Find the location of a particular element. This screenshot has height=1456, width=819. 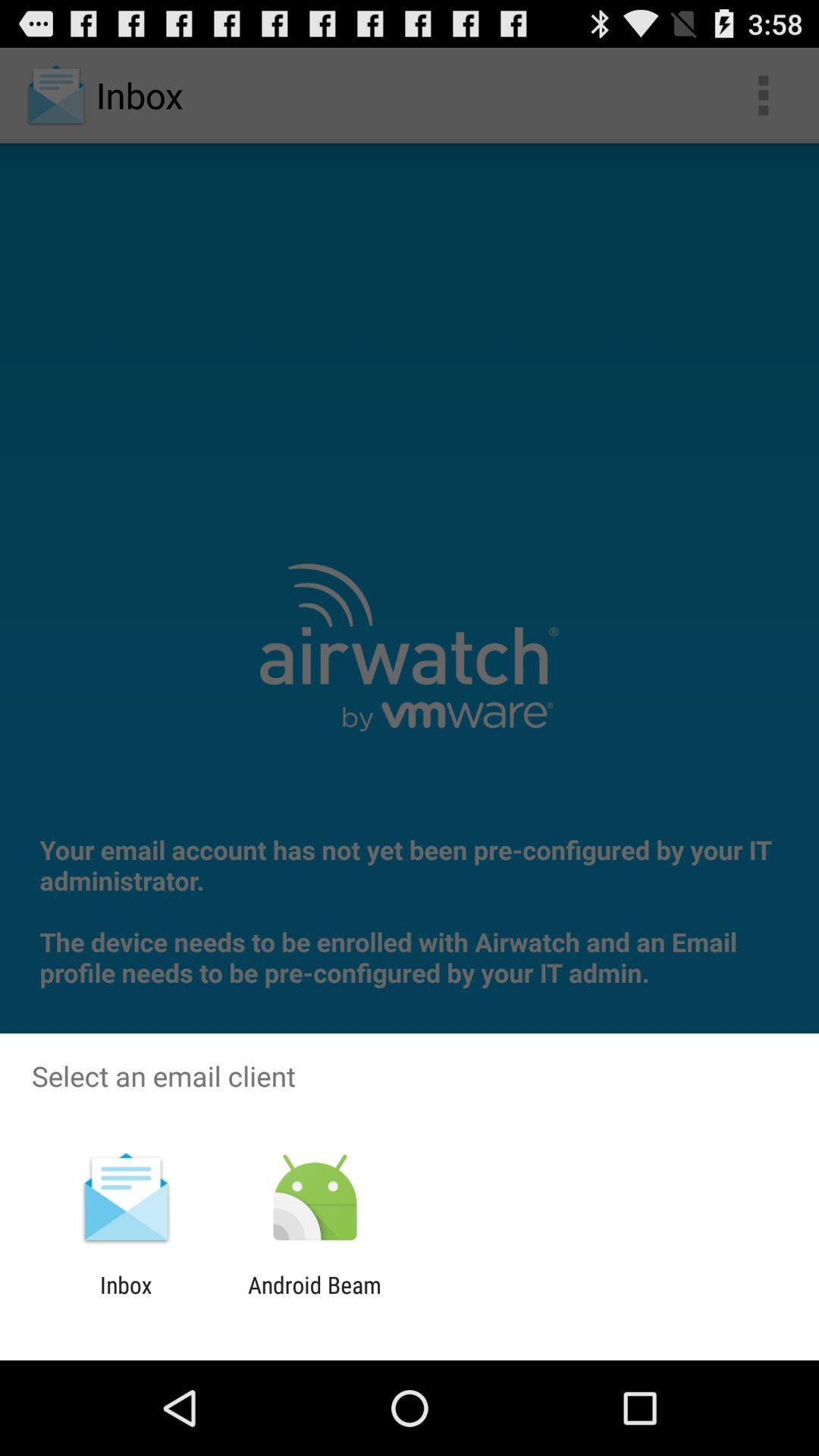

the app next to the android beam icon is located at coordinates (125, 1298).